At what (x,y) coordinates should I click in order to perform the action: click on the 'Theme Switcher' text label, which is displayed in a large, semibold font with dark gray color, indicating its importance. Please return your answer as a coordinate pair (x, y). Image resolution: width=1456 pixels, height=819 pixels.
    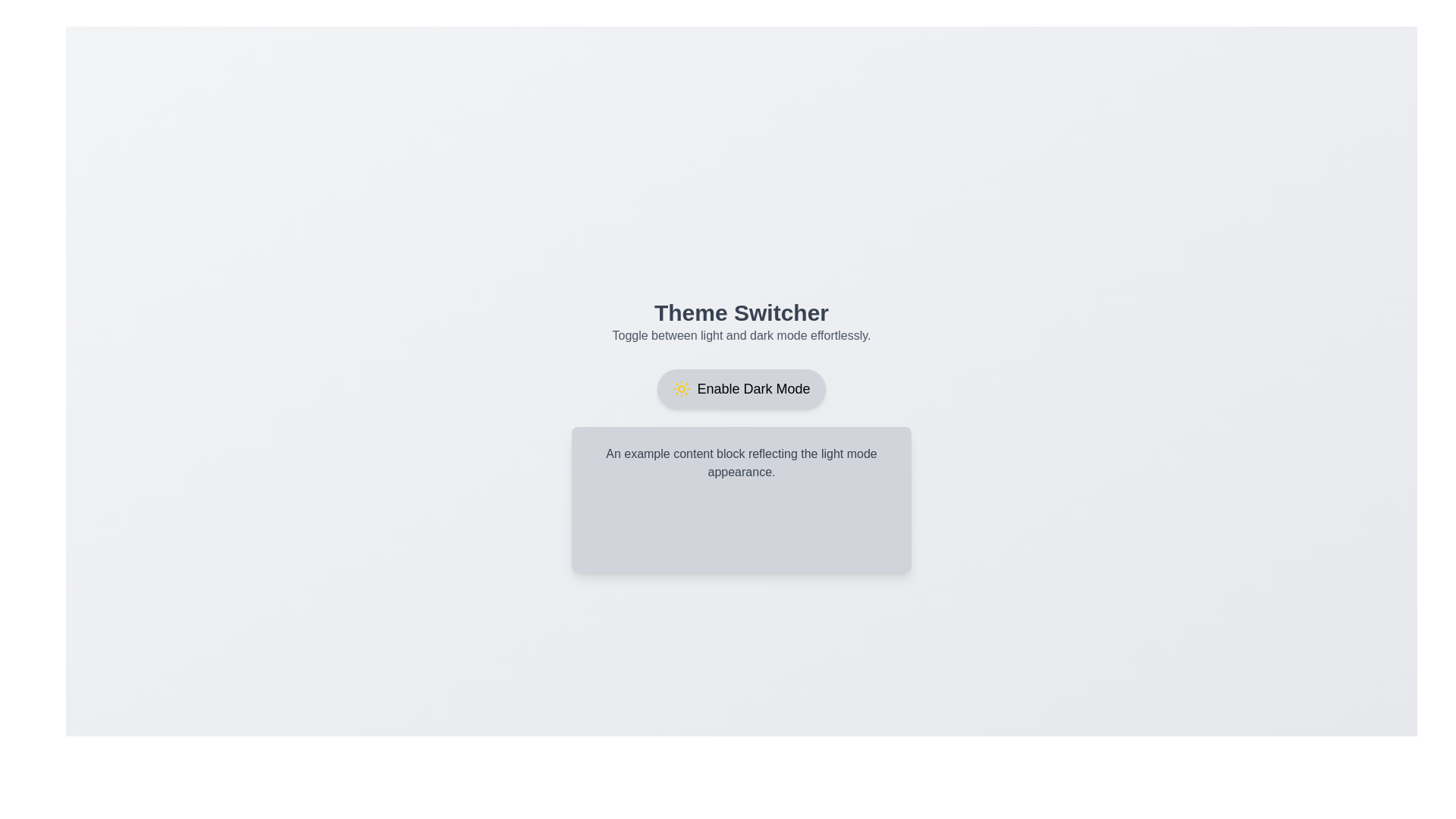
    Looking at the image, I should click on (742, 312).